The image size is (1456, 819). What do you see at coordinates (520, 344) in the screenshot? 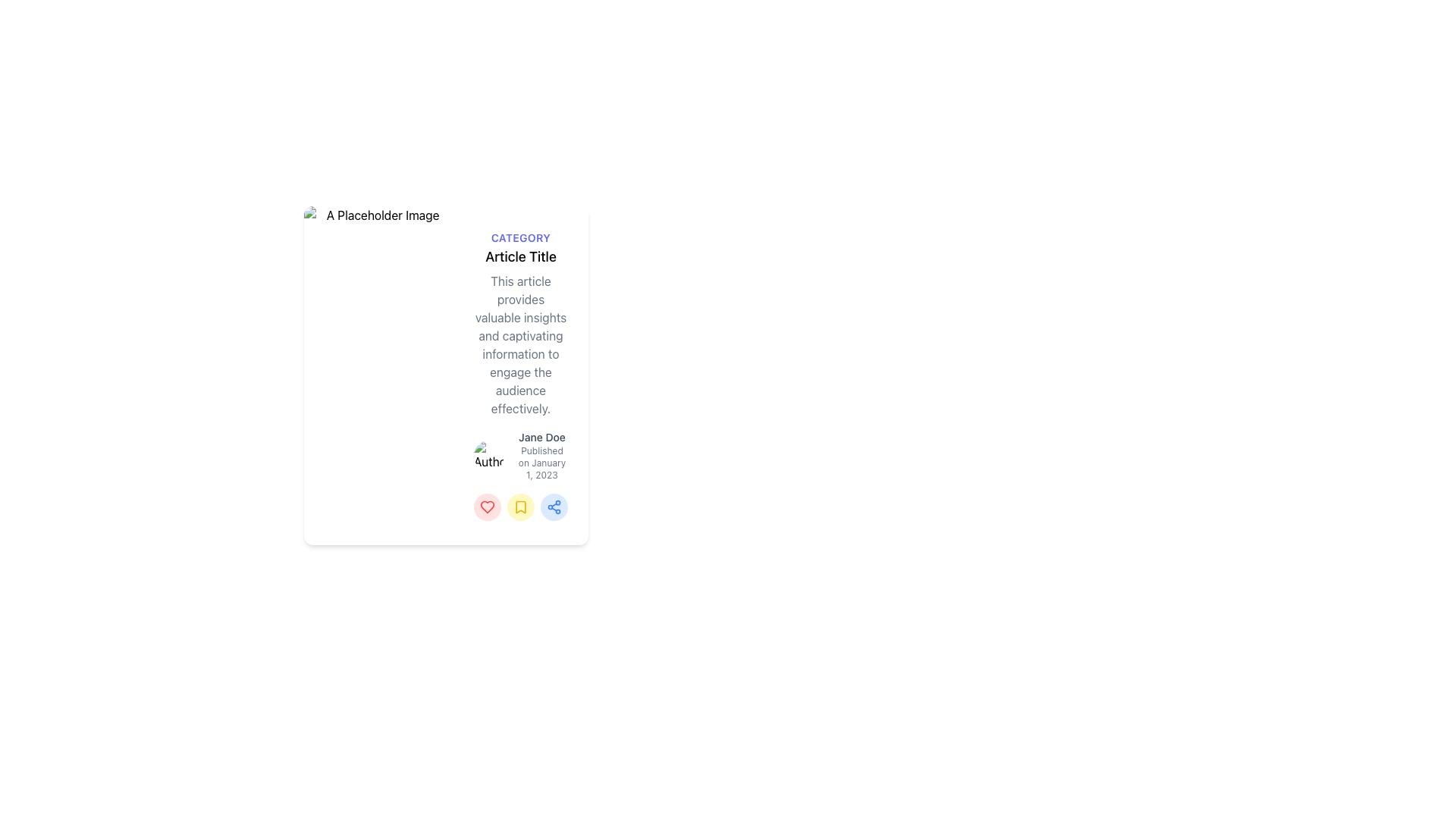
I see `the text element that provides a summary of the article, located below the title 'Article Title' and above the author metadata` at bounding box center [520, 344].